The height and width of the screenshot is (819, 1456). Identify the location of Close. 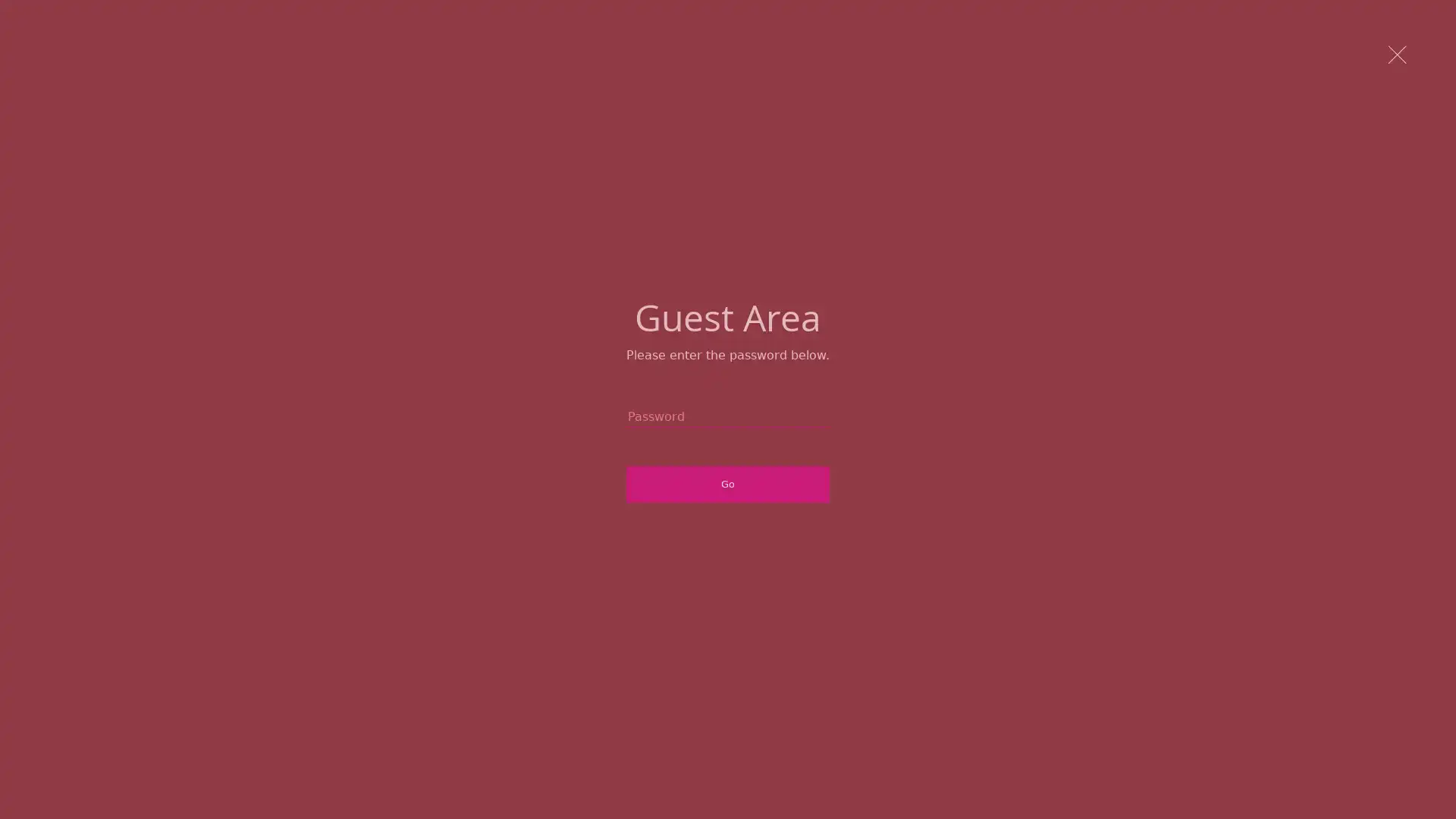
(1398, 55).